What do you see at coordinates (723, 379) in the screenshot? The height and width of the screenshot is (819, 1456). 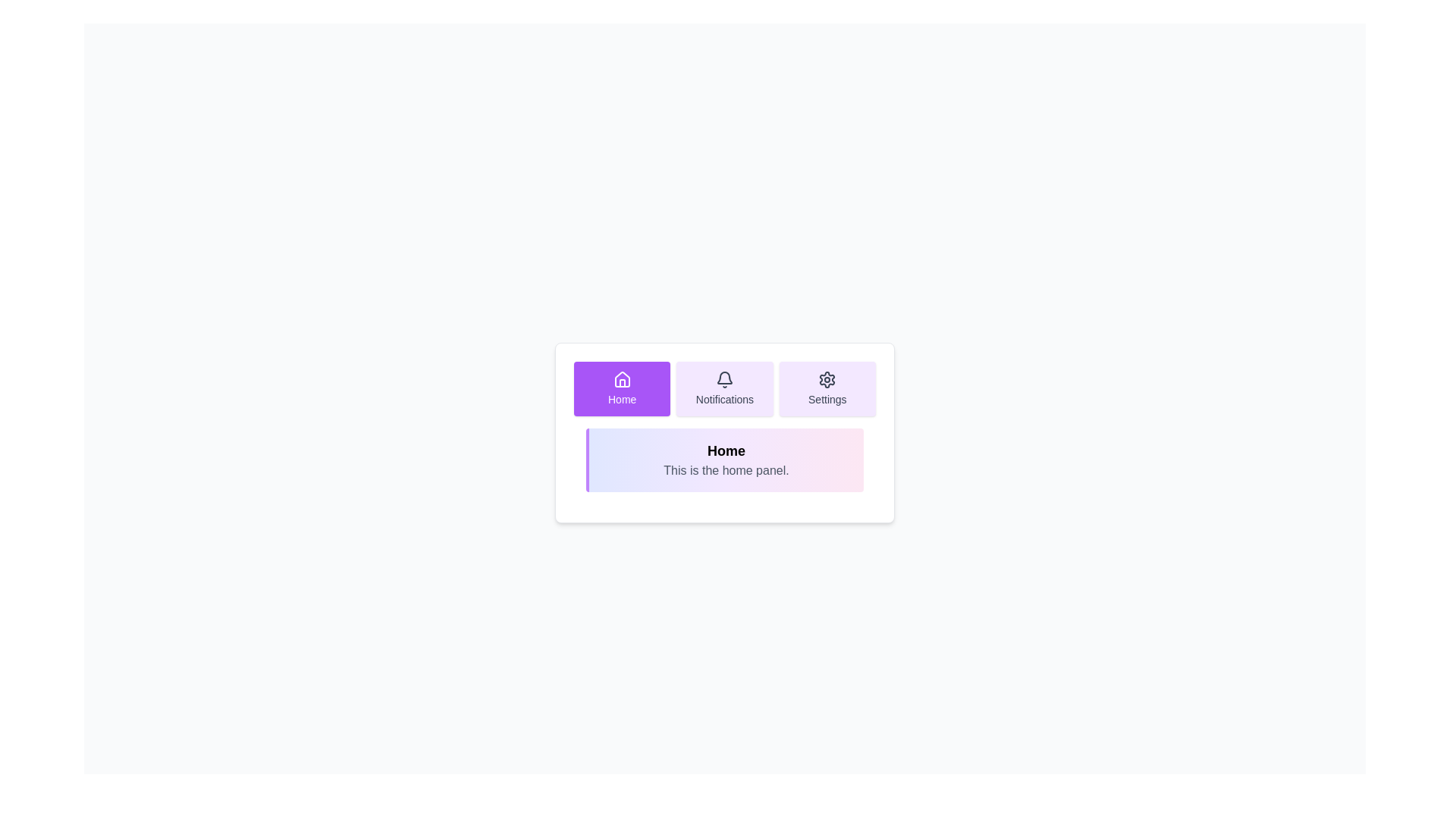 I see `the Notifications icon located at the top center of the Notifications button` at bounding box center [723, 379].